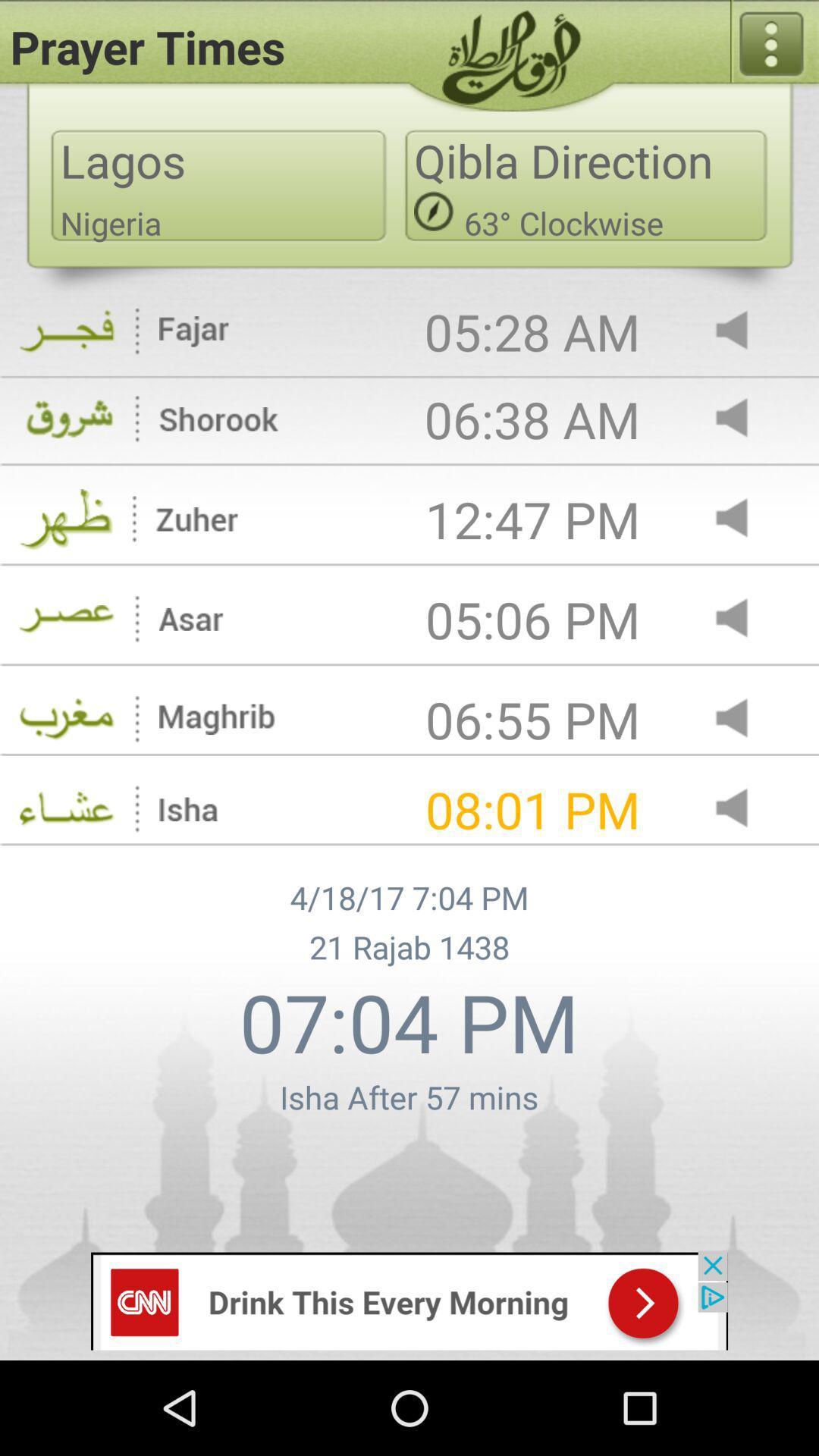  Describe the element at coordinates (191, 619) in the screenshot. I see `the text which is to the left side of the 0506 pm` at that location.